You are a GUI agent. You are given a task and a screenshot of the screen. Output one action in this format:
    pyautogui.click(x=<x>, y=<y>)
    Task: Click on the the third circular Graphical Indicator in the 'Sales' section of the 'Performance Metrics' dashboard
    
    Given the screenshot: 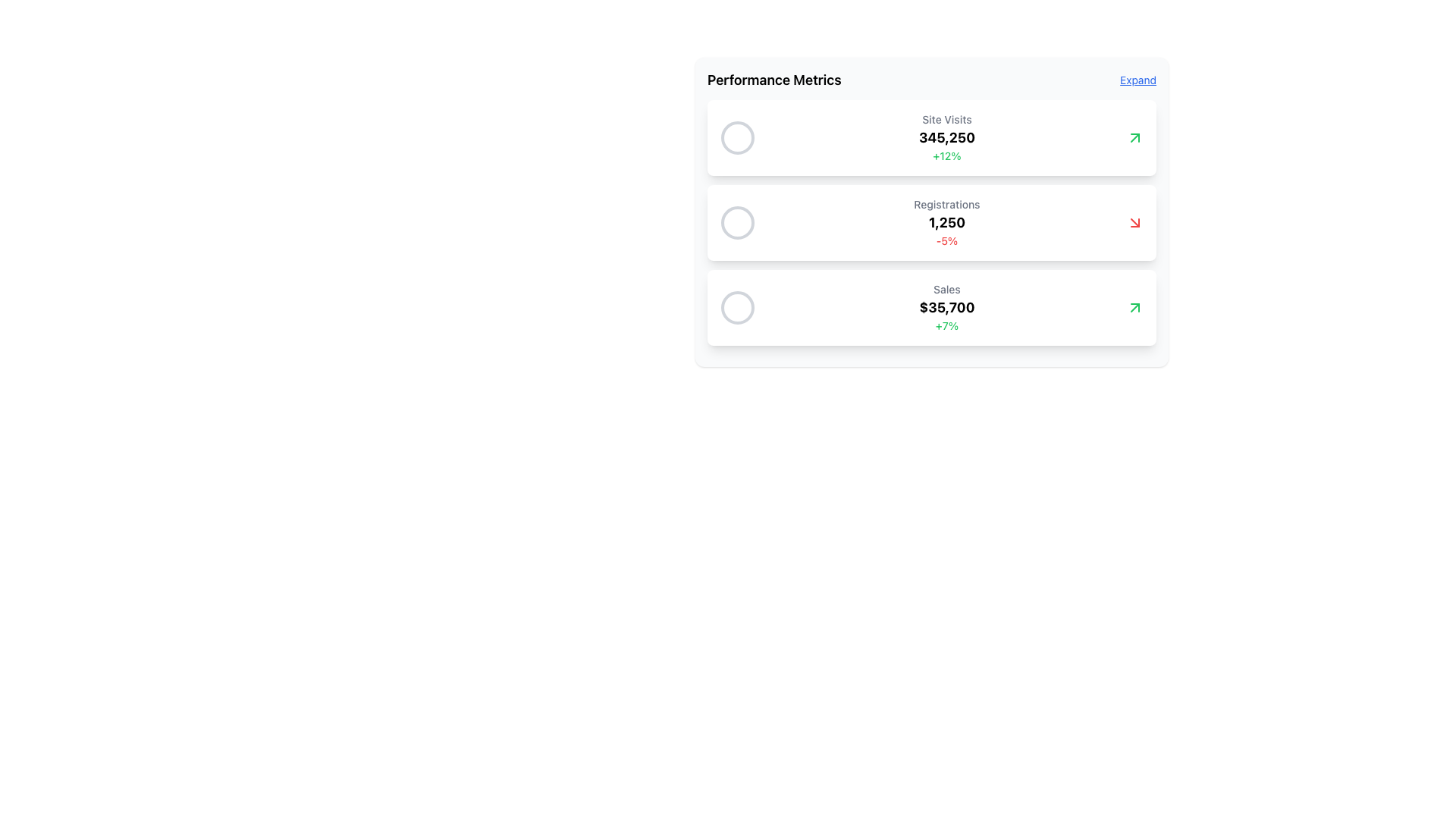 What is the action you would take?
    pyautogui.click(x=738, y=307)
    